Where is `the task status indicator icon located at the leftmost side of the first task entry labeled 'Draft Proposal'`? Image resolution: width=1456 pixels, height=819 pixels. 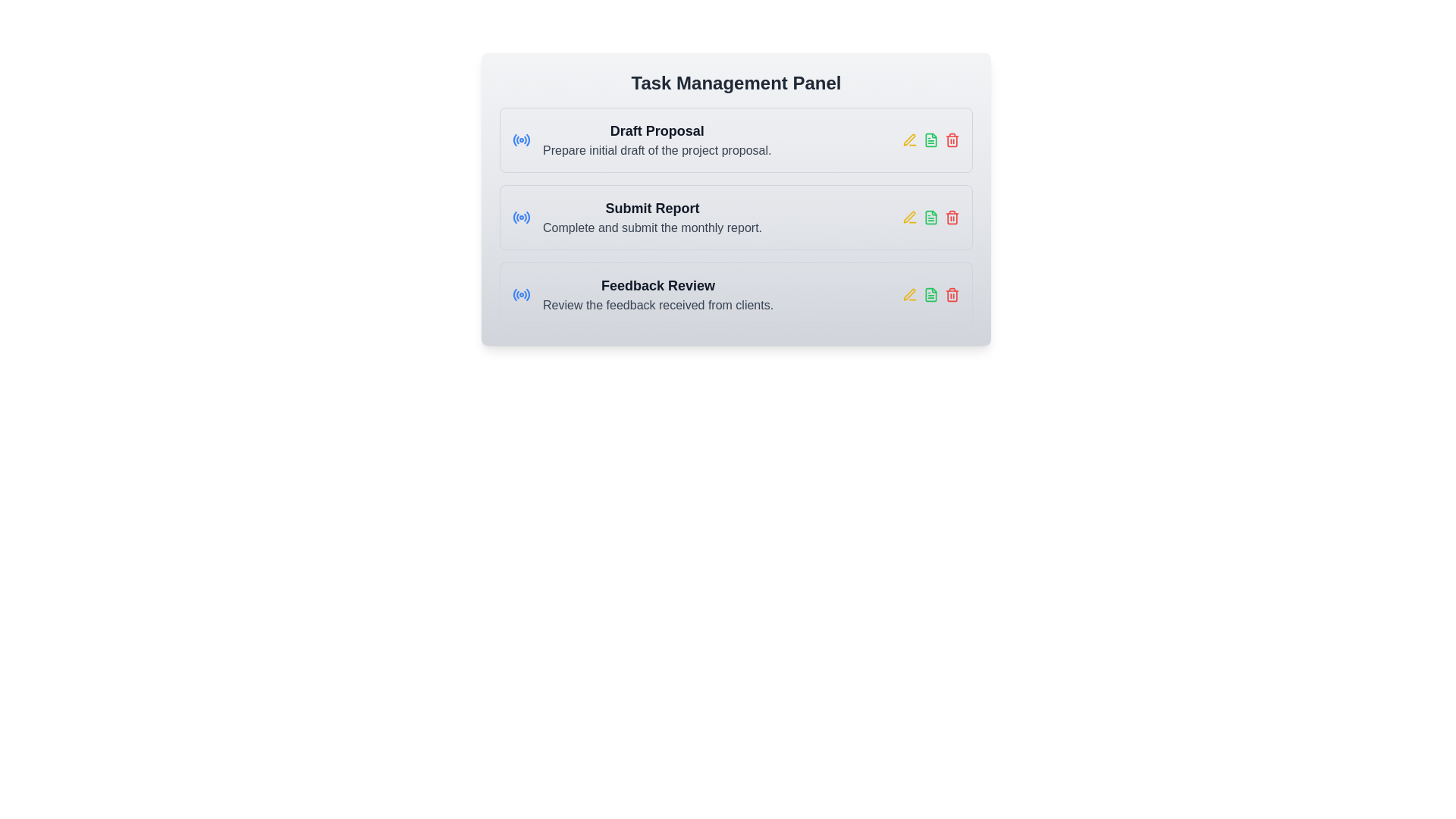 the task status indicator icon located at the leftmost side of the first task entry labeled 'Draft Proposal' is located at coordinates (521, 140).